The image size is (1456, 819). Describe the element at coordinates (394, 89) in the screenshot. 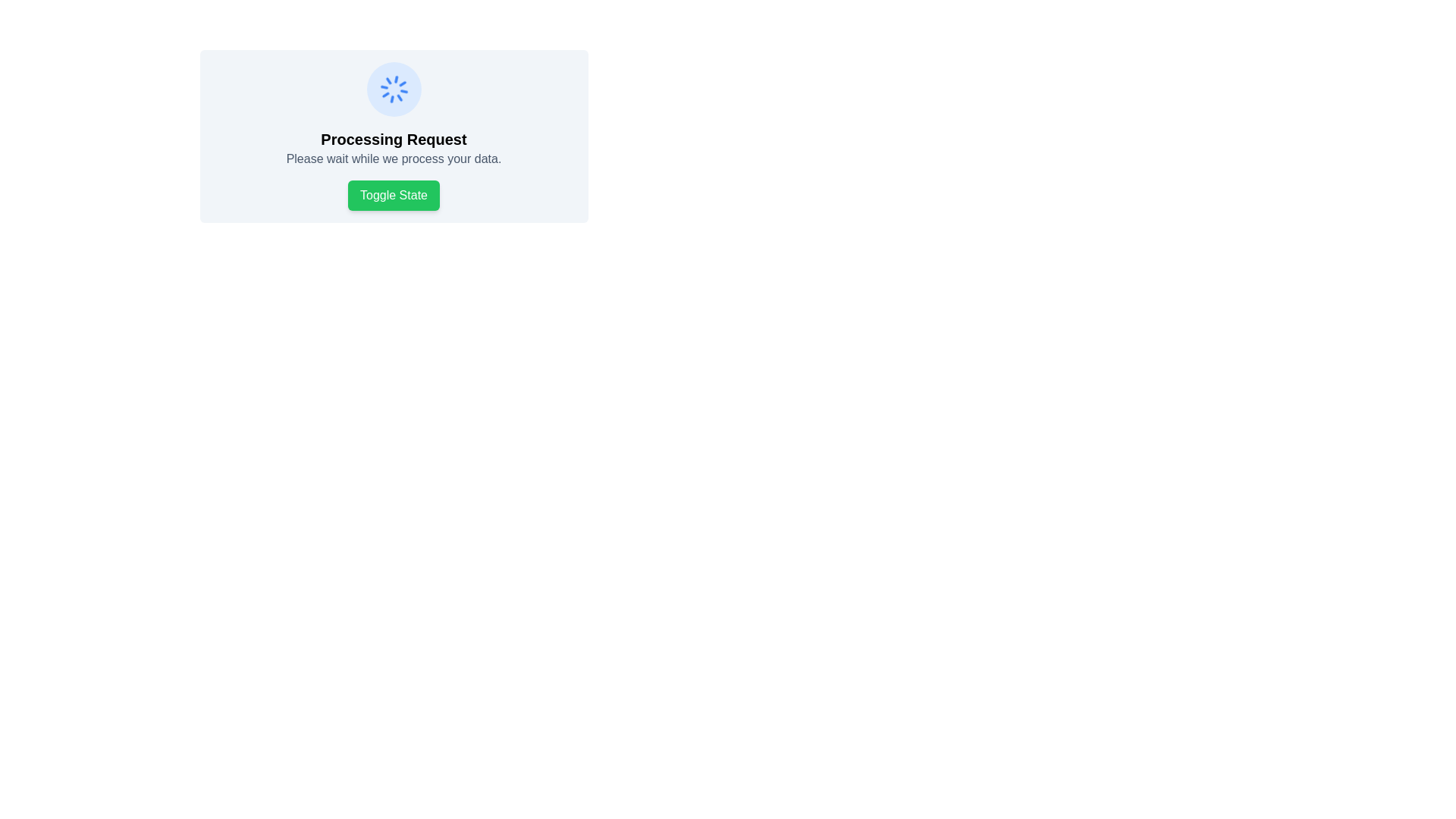

I see `the loading spinner, which is a circular indicator with a blue background and a spinning graphic in the center, indicating background processing` at that location.